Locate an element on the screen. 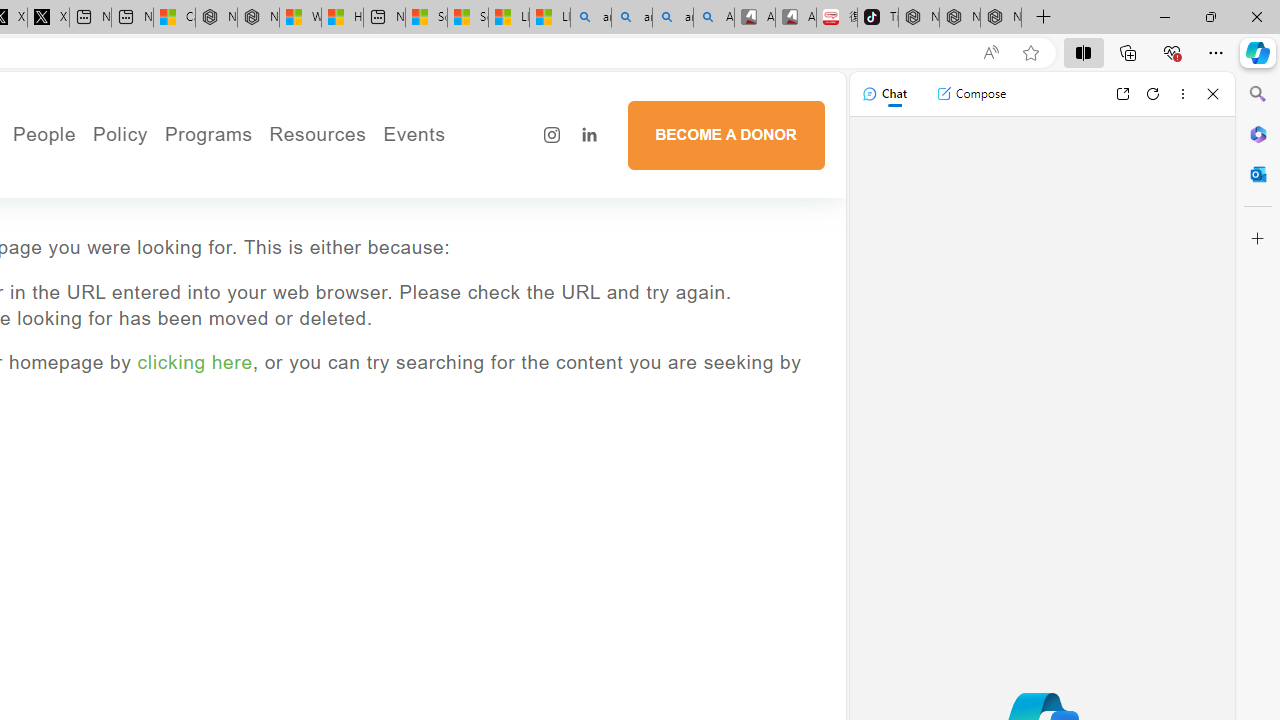  'Policy' is located at coordinates (119, 135).